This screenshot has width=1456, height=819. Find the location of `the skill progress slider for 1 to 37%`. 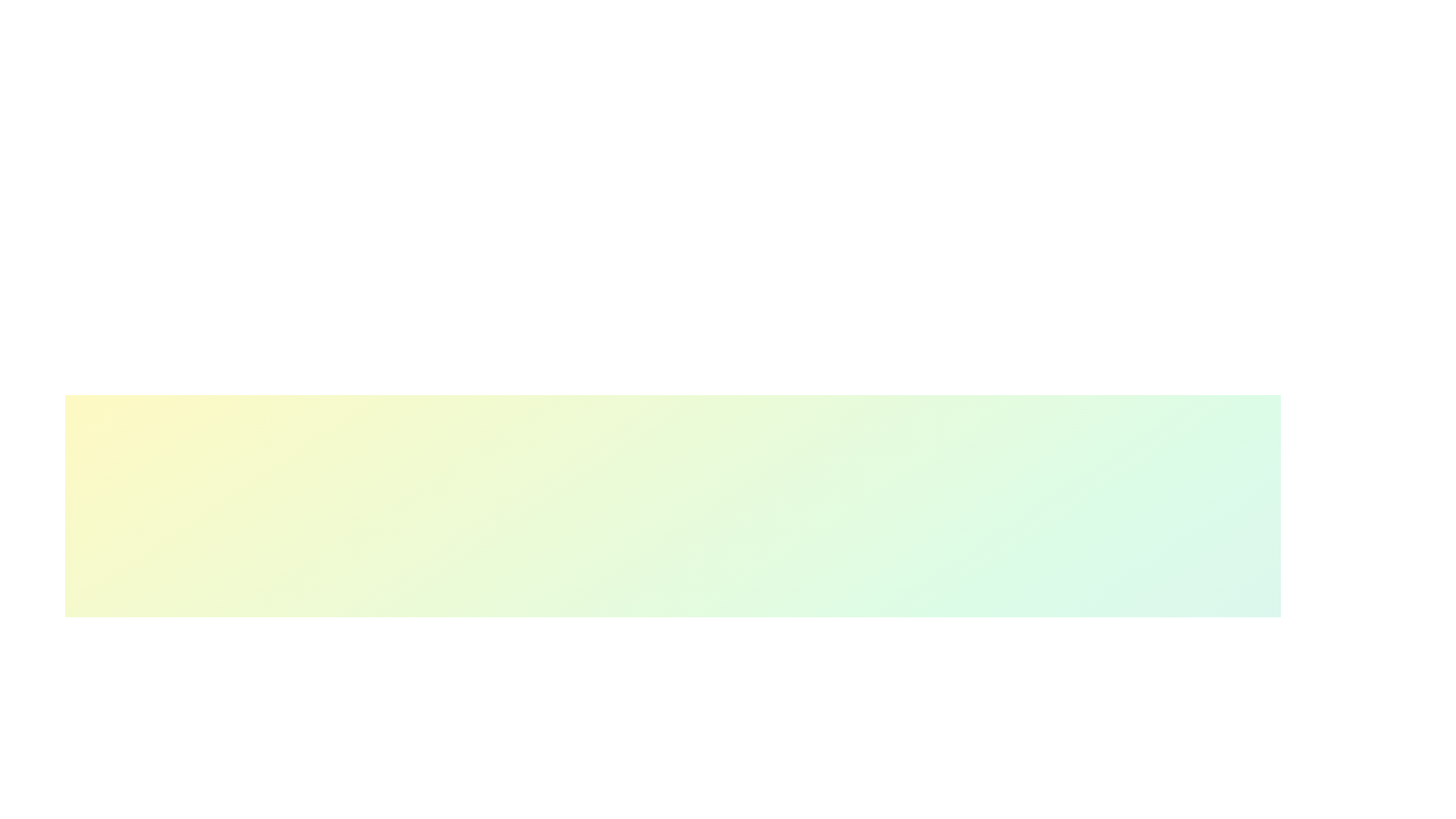

the skill progress slider for 1 to 37% is located at coordinates (629, 810).